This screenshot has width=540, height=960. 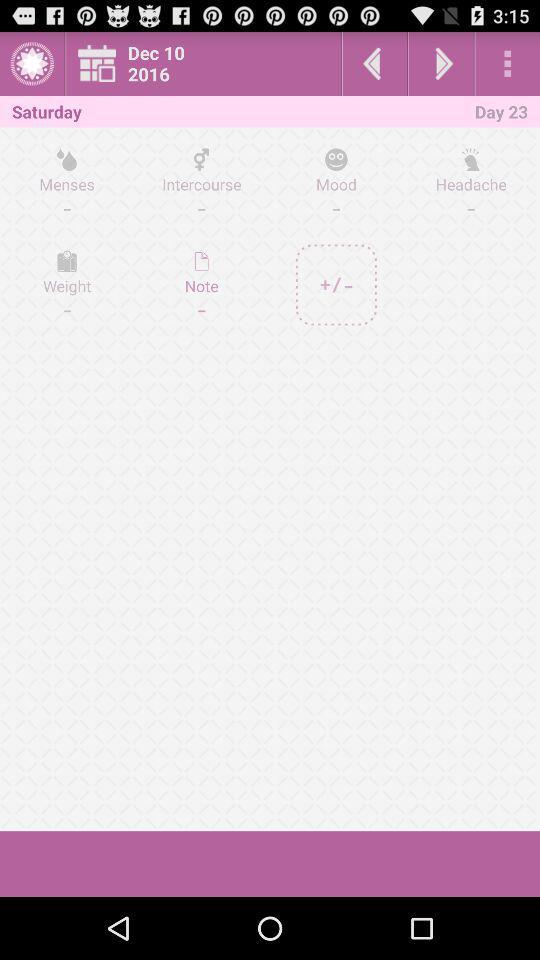 What do you see at coordinates (441, 63) in the screenshot?
I see `next day` at bounding box center [441, 63].